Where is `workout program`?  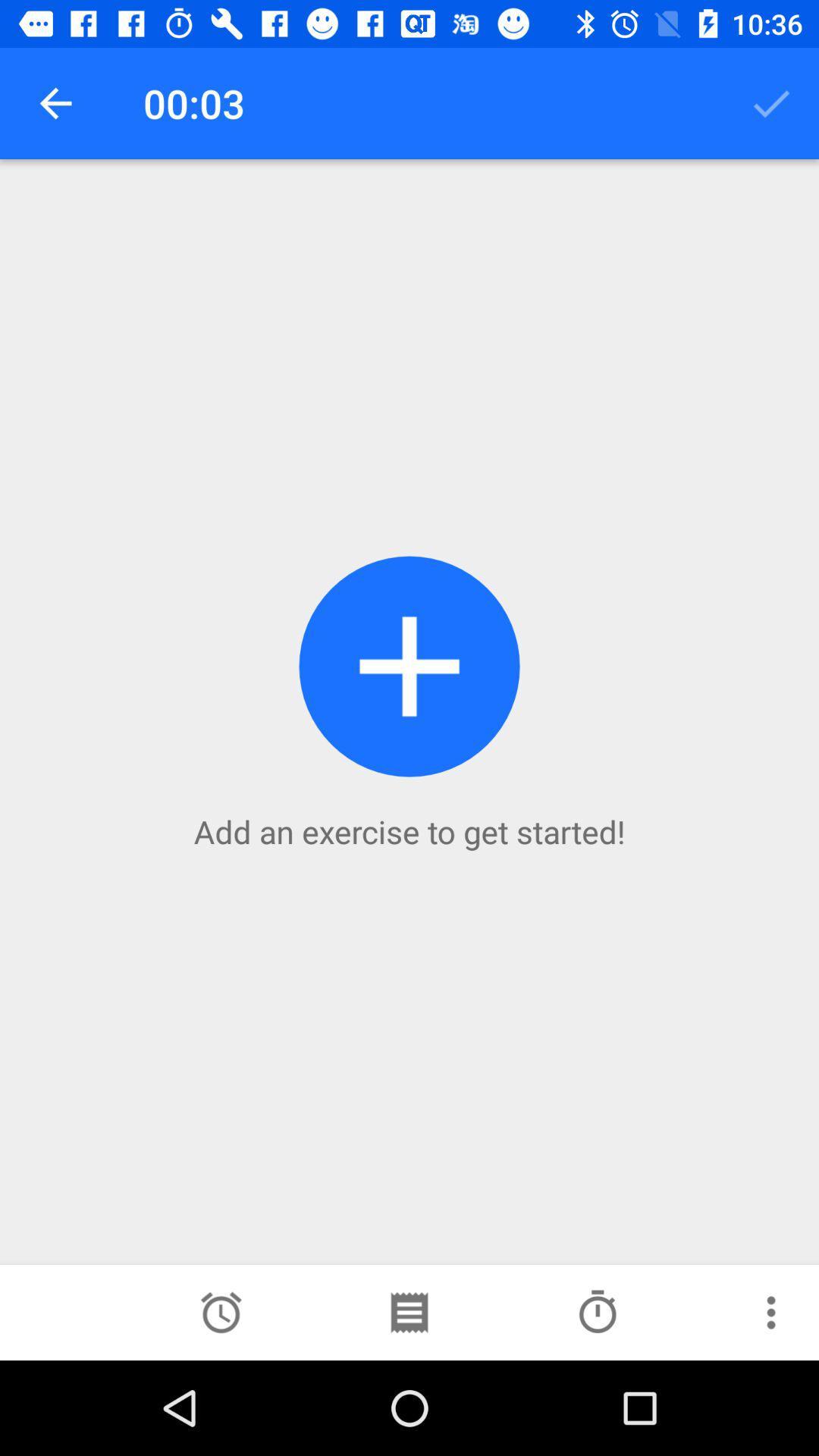
workout program is located at coordinates (408, 1312).